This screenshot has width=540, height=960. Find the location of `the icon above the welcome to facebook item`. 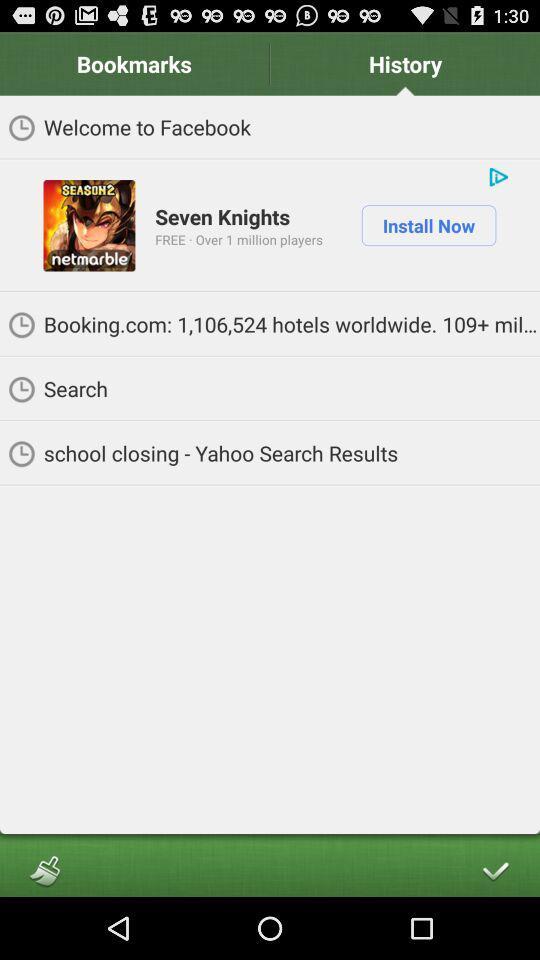

the icon above the welcome to facebook item is located at coordinates (405, 63).